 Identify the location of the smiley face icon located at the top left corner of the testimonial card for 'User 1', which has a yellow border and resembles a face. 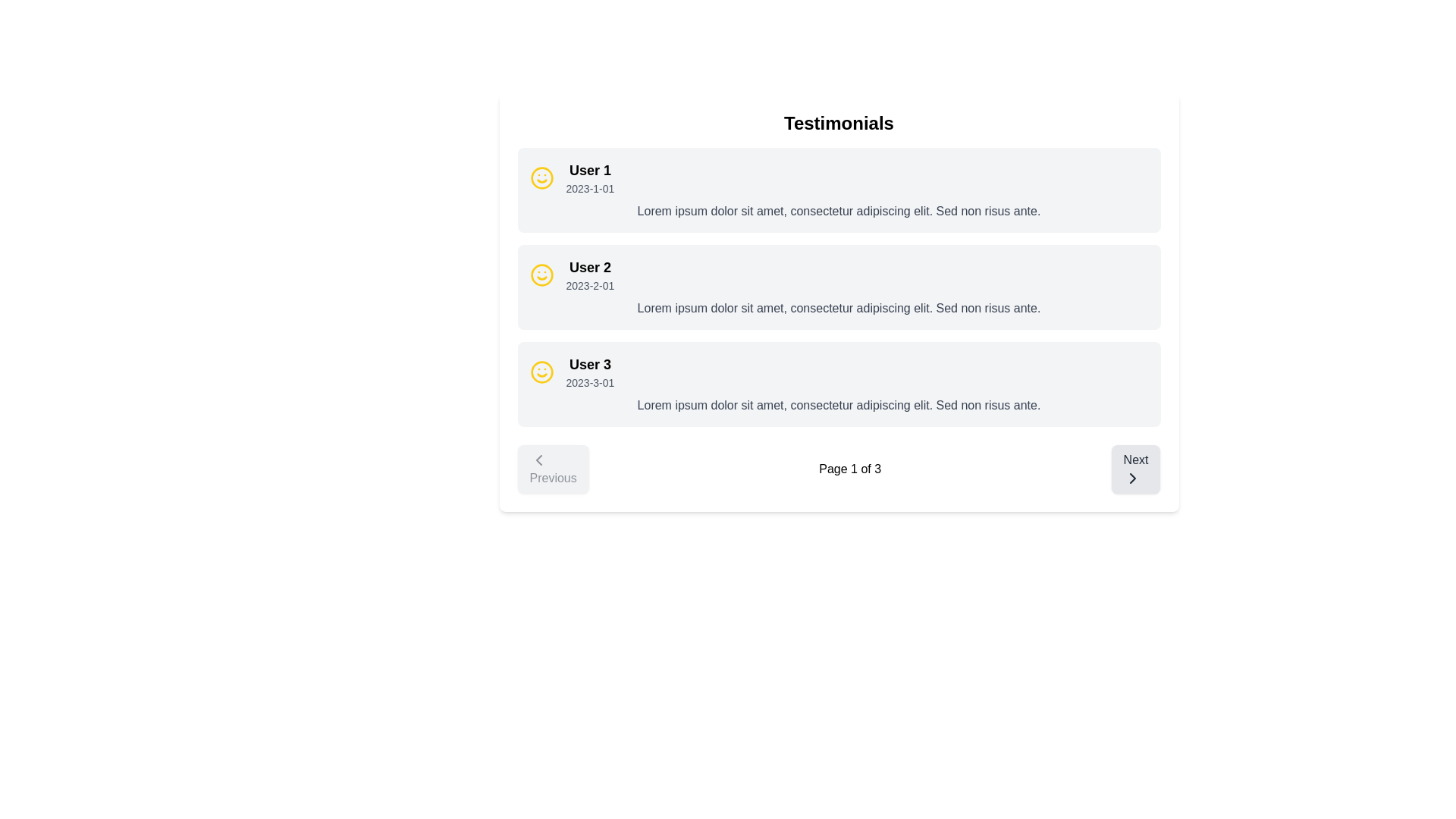
(541, 177).